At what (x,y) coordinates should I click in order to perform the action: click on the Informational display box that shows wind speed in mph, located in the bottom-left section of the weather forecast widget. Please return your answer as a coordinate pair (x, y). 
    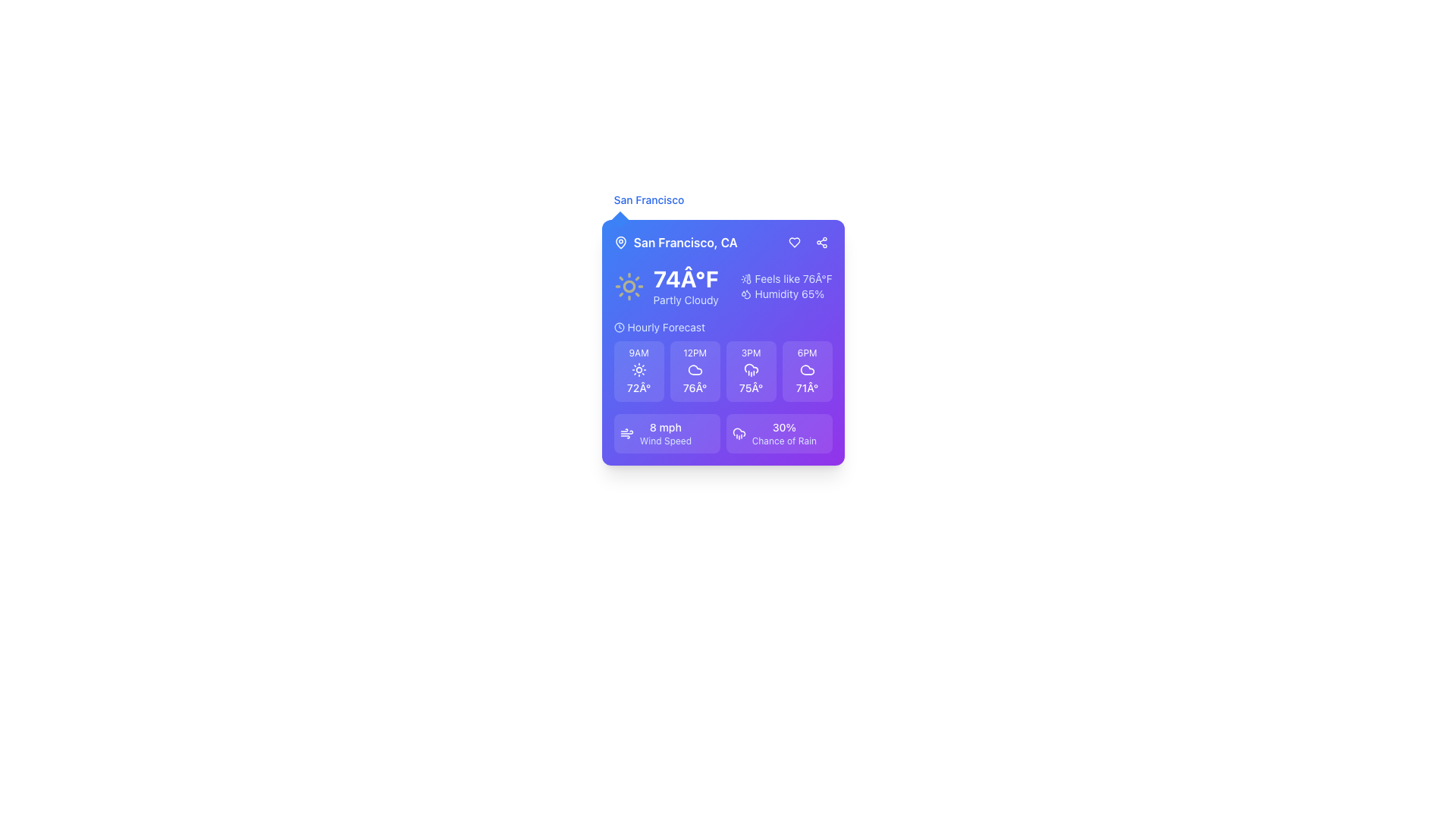
    Looking at the image, I should click on (667, 433).